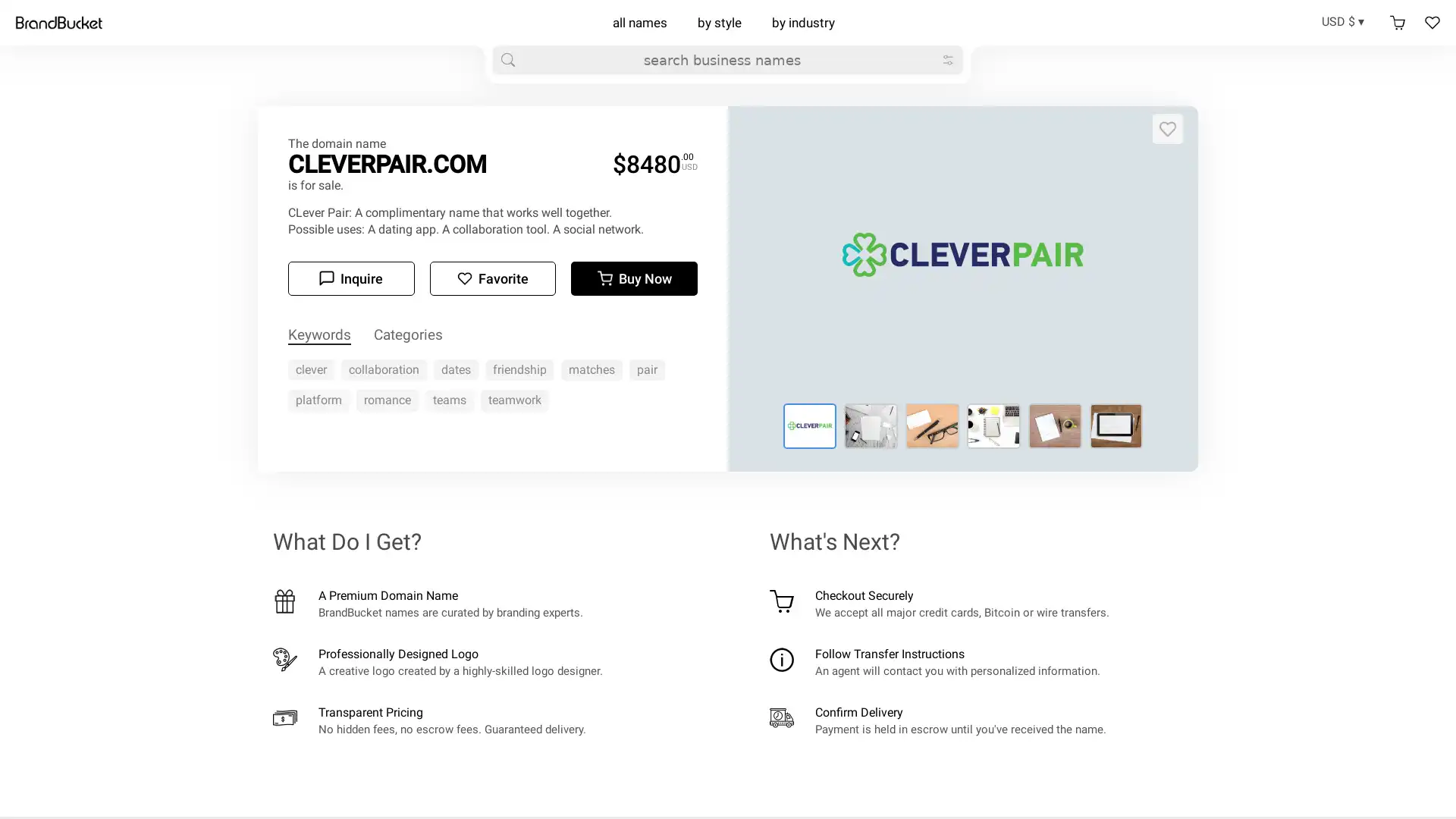  What do you see at coordinates (931, 425) in the screenshot?
I see `Logo for cleverpair.com` at bounding box center [931, 425].